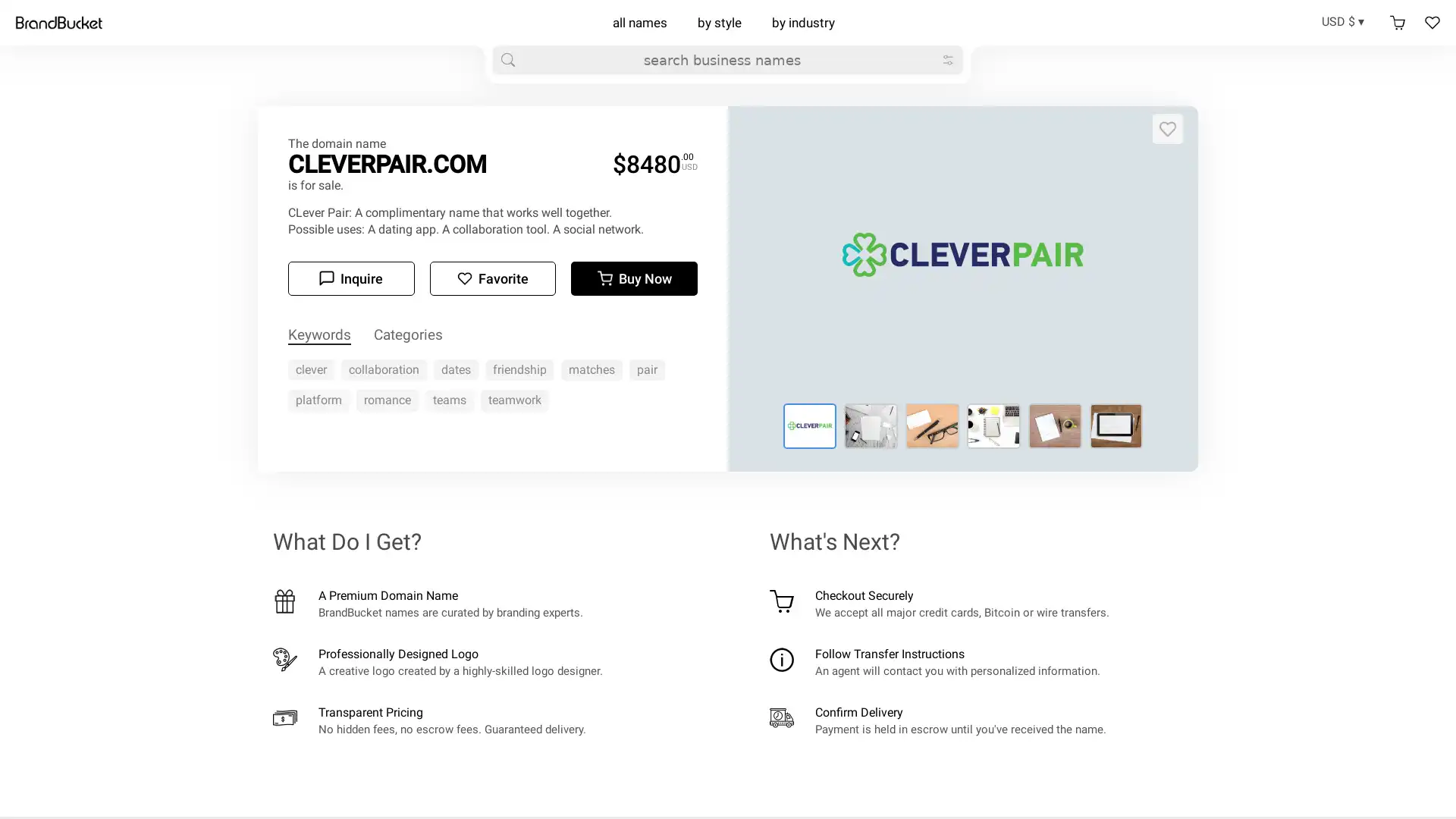  What do you see at coordinates (931, 425) in the screenshot?
I see `Logo for cleverpair.com` at bounding box center [931, 425].